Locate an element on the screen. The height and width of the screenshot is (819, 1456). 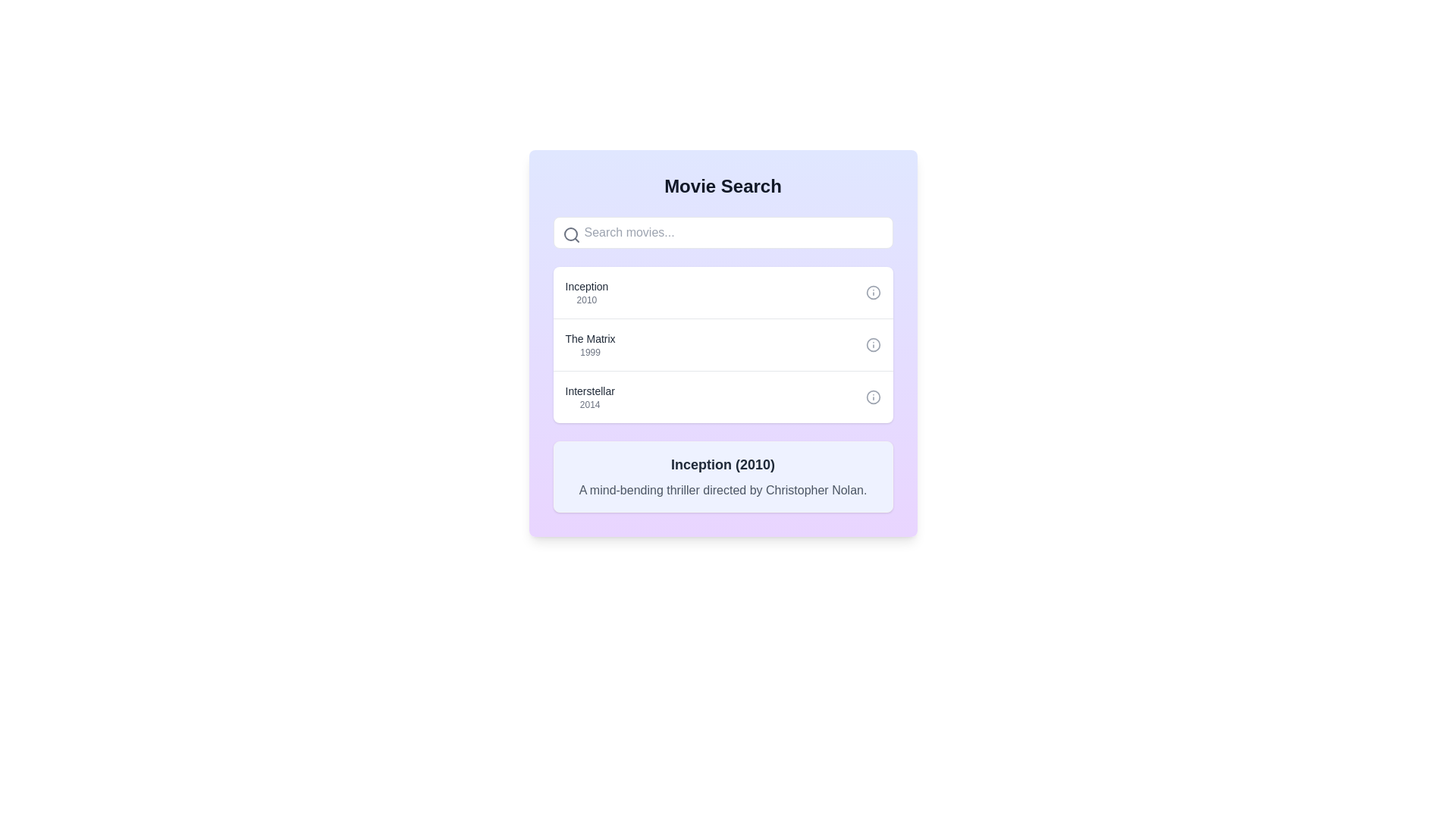
the first list item displaying the text 'Inception' with the subtitle '2010' in a vertical list of movie items is located at coordinates (585, 292).